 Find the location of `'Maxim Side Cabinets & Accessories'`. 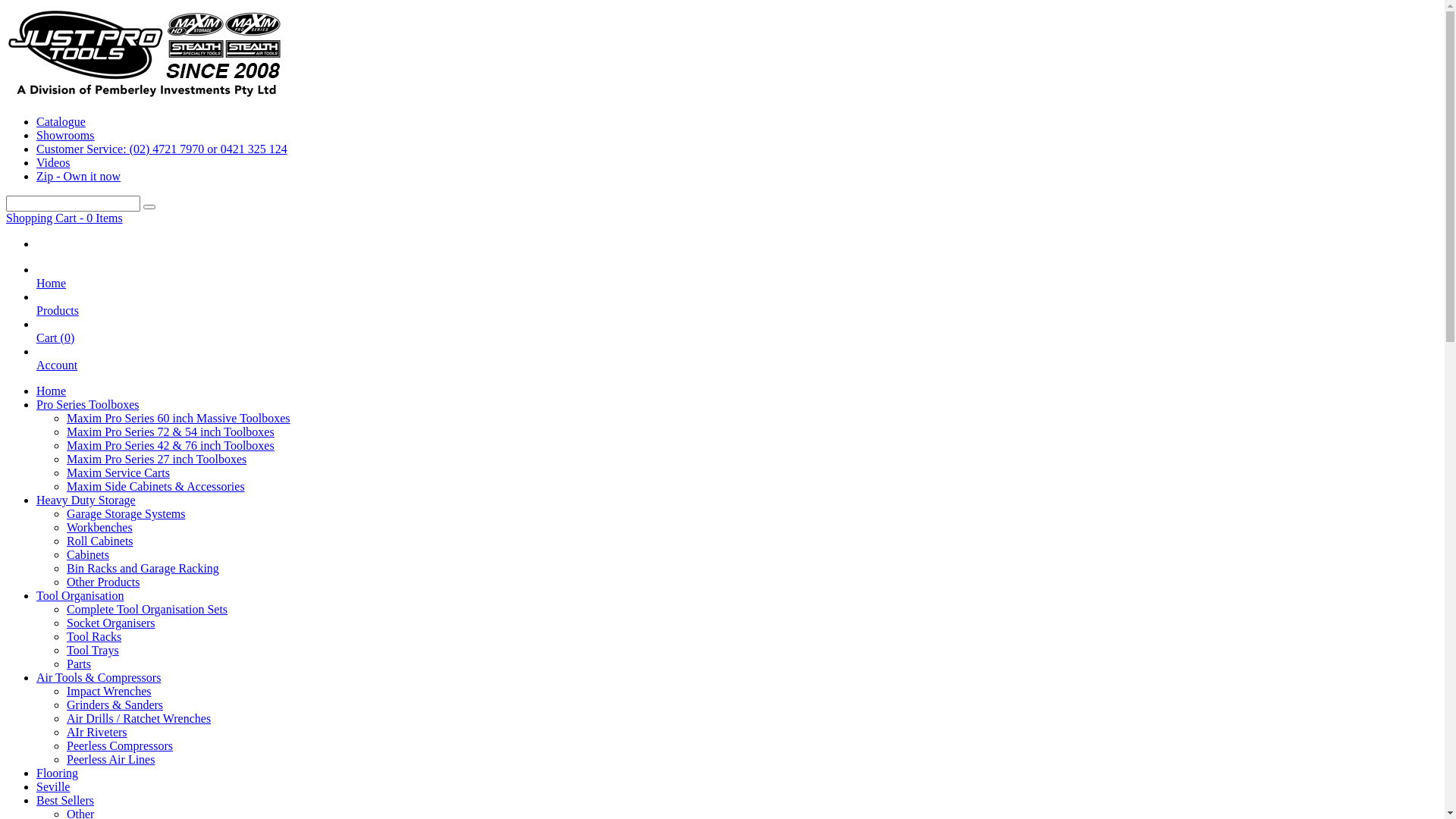

'Maxim Side Cabinets & Accessories' is located at coordinates (155, 486).